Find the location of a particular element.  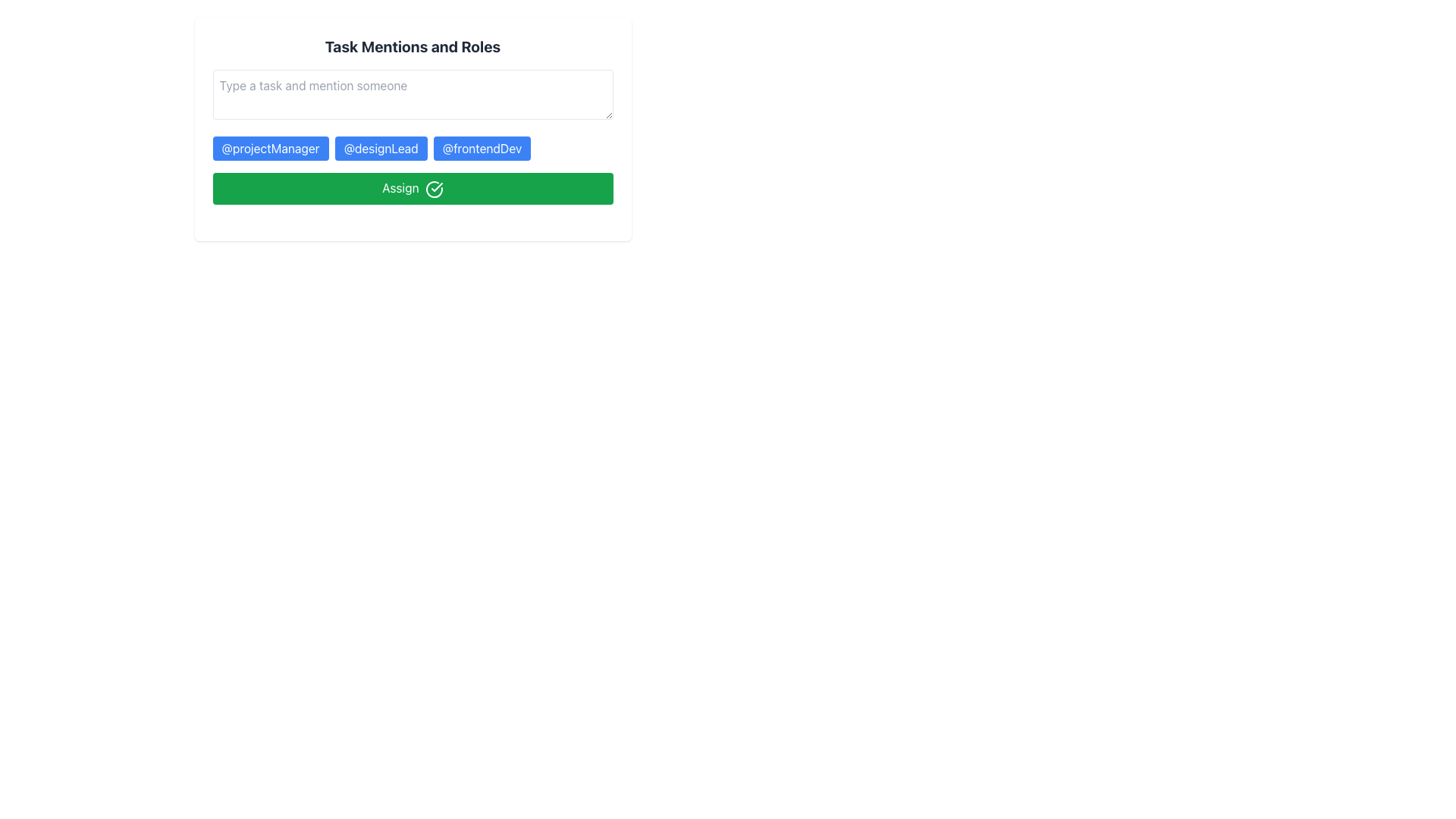

the second tag representing the user '@designLead', located between the tags '@projectManager' and '@frontendDev' under the 'Task Mentions and Roles' header is located at coordinates (413, 149).